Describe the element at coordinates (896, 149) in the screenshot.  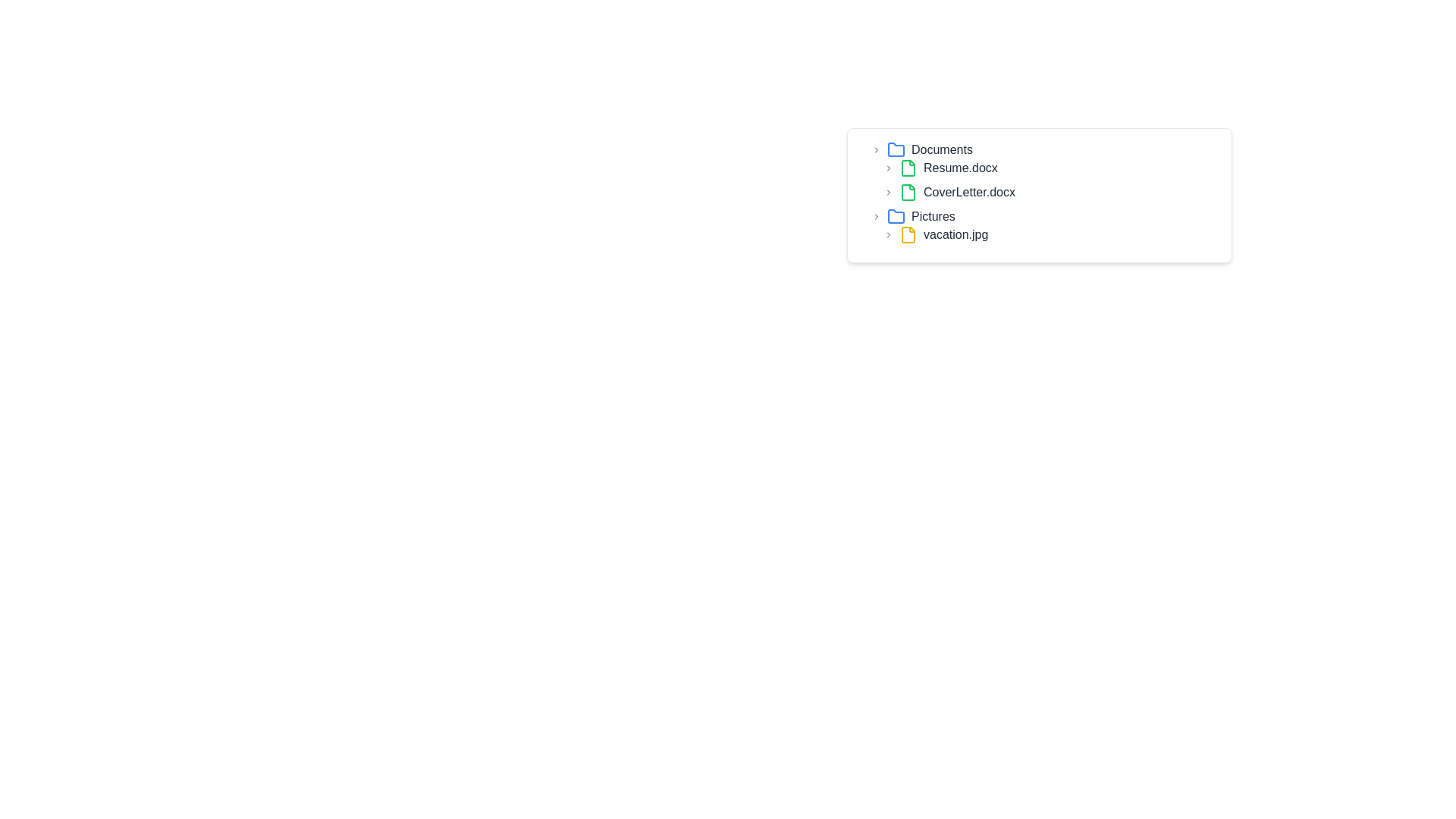
I see `the blue folder icon located in the file list interface` at that location.